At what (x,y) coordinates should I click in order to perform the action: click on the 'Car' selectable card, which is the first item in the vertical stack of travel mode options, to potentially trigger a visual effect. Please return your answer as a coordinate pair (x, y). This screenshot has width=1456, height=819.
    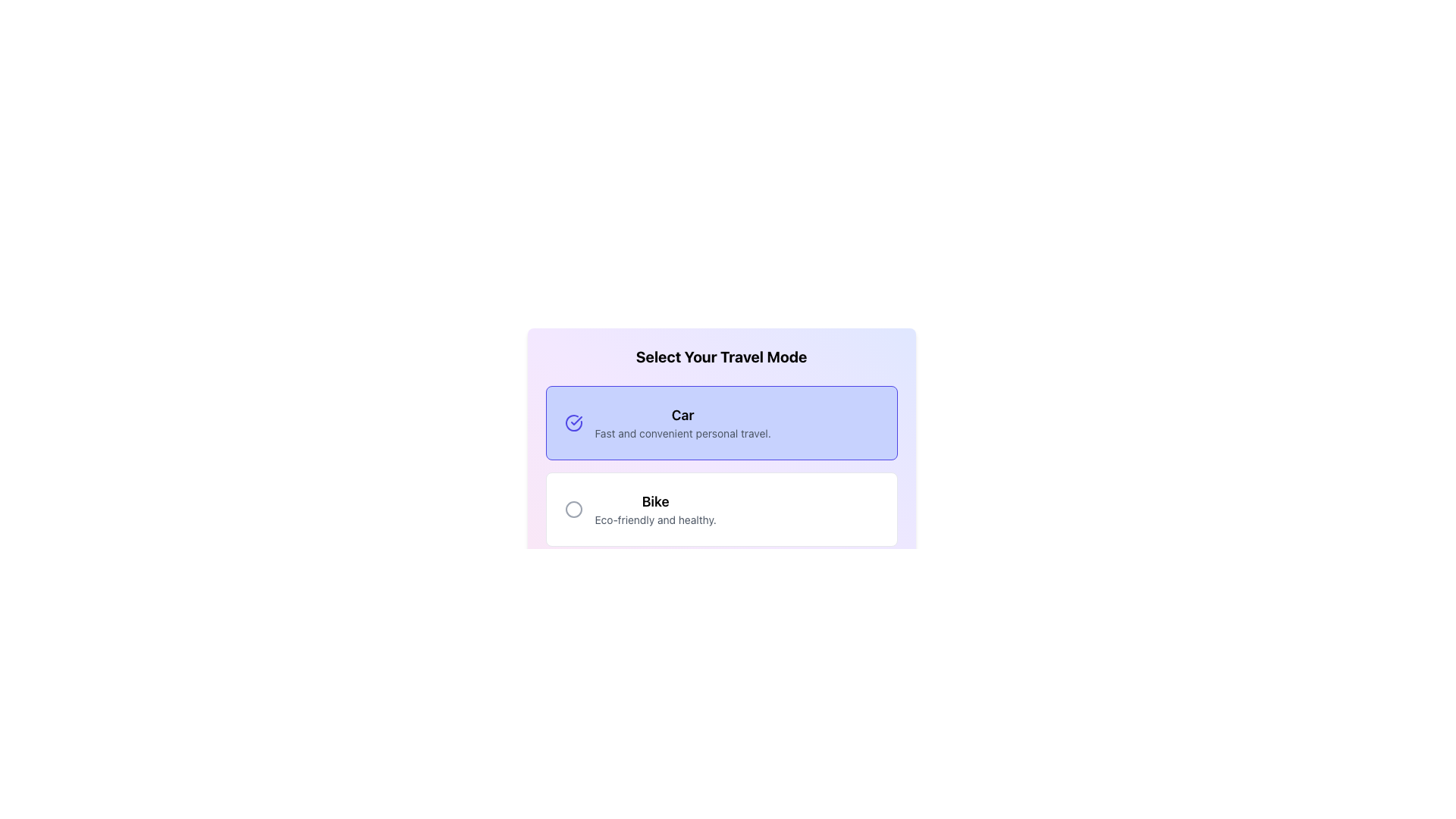
    Looking at the image, I should click on (720, 423).